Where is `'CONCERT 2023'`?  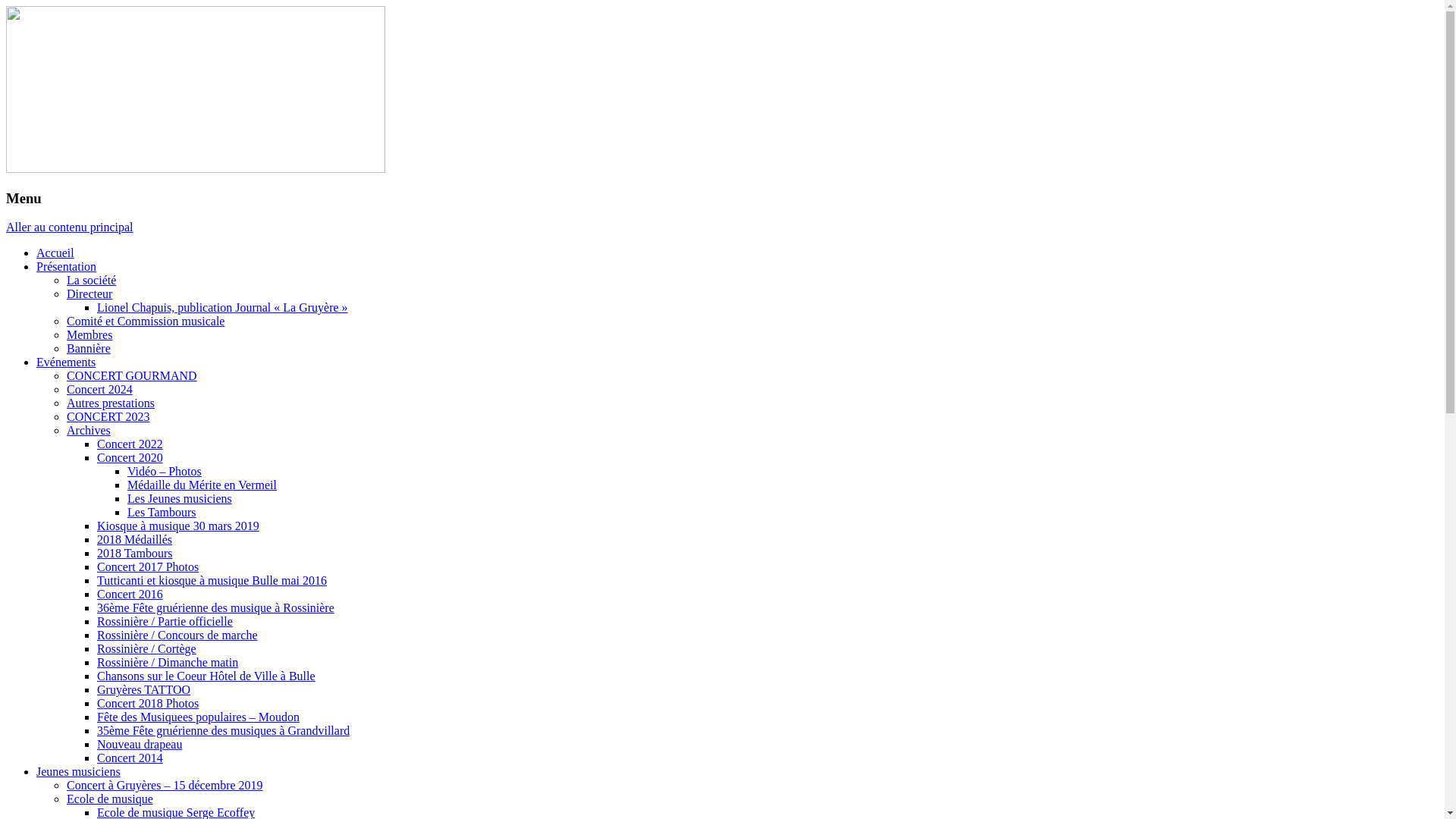 'CONCERT 2023' is located at coordinates (65, 416).